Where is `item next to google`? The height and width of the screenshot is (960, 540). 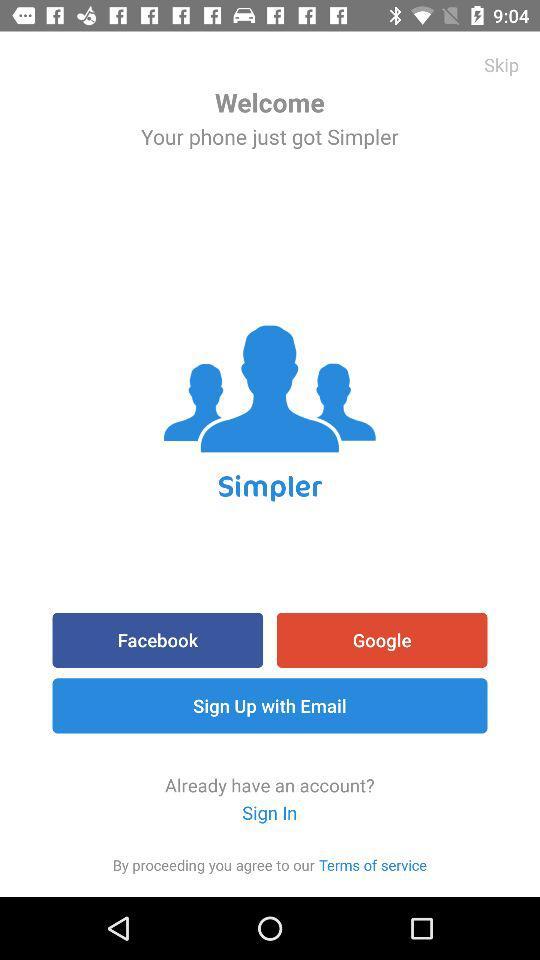 item next to google is located at coordinates (156, 639).